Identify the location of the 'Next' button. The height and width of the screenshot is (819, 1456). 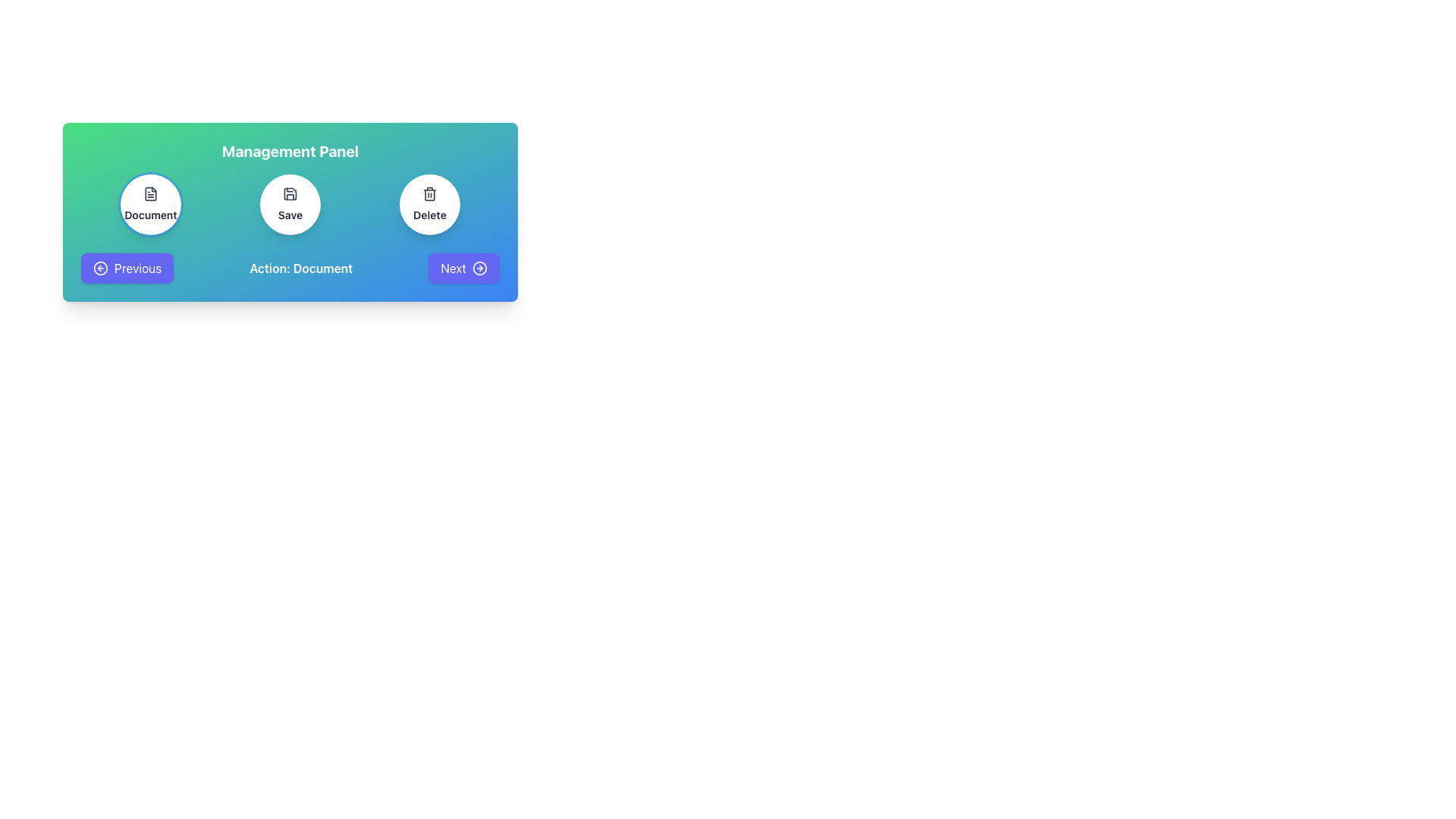
(463, 268).